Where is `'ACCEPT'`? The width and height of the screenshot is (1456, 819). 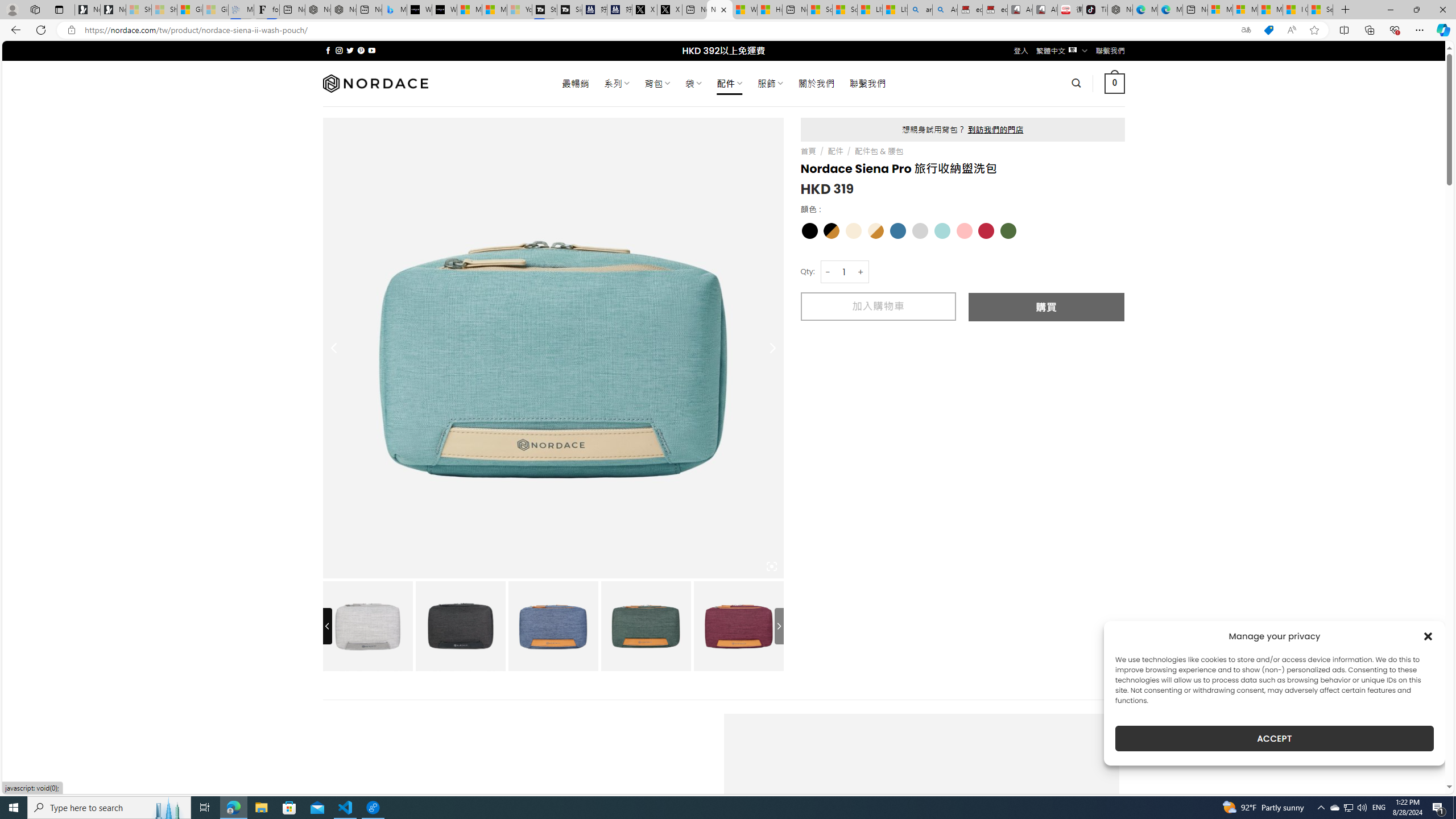 'ACCEPT' is located at coordinates (1275, 738).